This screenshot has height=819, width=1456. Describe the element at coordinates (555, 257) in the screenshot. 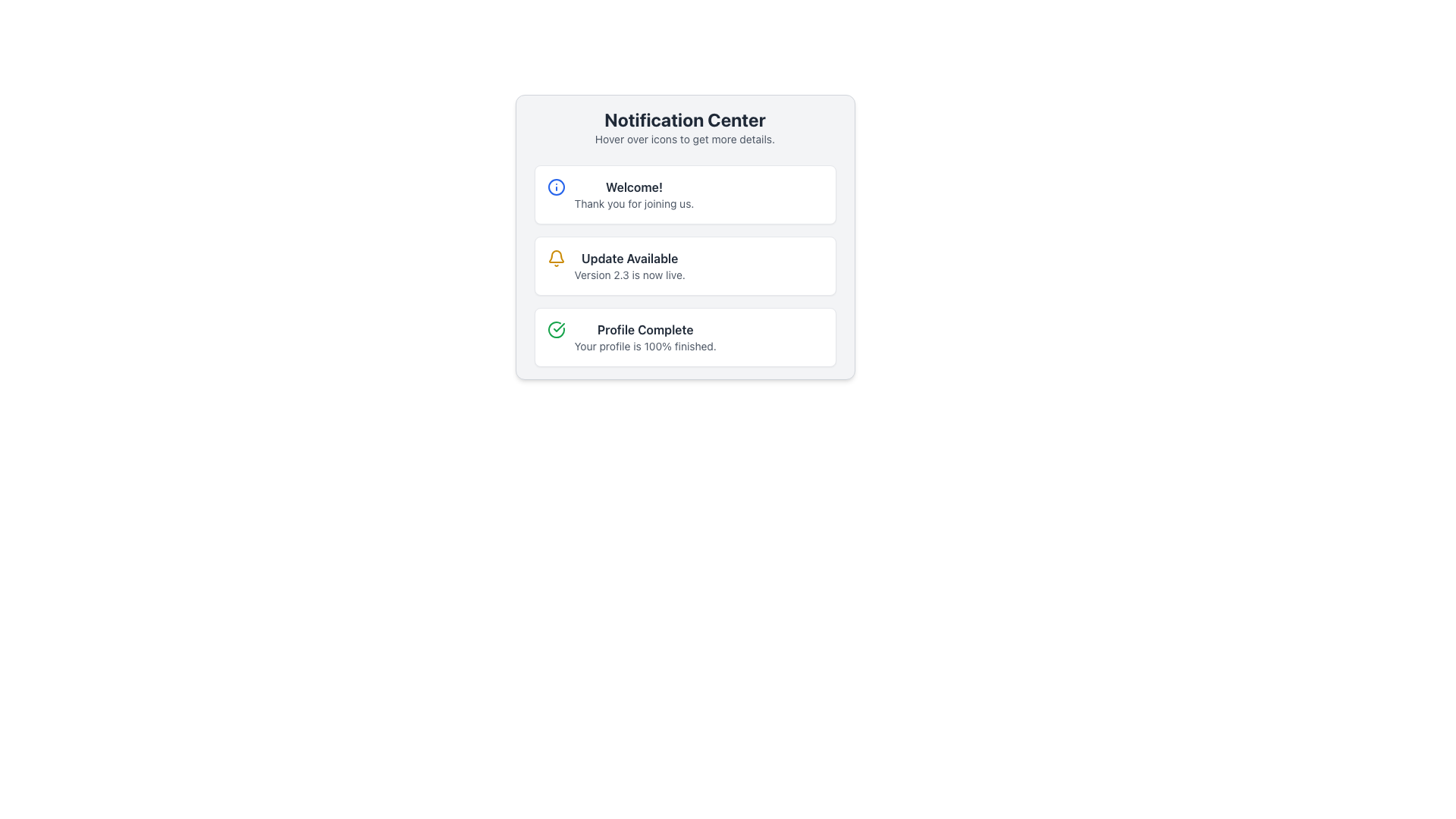

I see `the bell icon located at the beginning of the second notification card titled 'Update Available', which contains the text 'Version 2.3 is now live.'` at that location.